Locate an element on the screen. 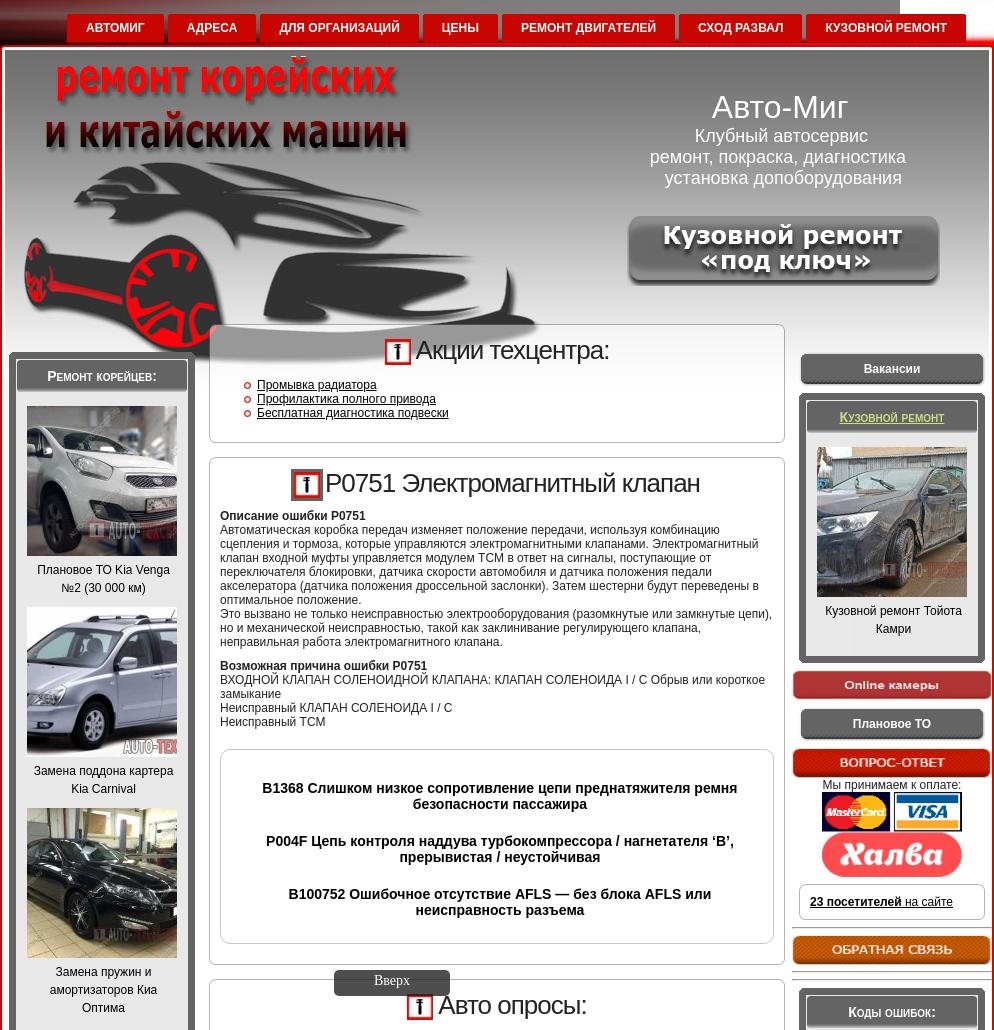 The height and width of the screenshot is (1030, 994). 'Автоматическая коробка передач изменяет положение передачи, используя комбинацию сцепления и тормоза, которые управляются электромагнитными клапанами. Электромагнитный клапан входной муфты управляется модулем TCM в ответ на сигналы, поступающие от переключателя блокировки, датчика скорости автомобиля и датчика положения педали акселератора (датчика положения дроссельной заслонки). Затем шестерни будут переведены в оптимальное положение.' is located at coordinates (219, 564).